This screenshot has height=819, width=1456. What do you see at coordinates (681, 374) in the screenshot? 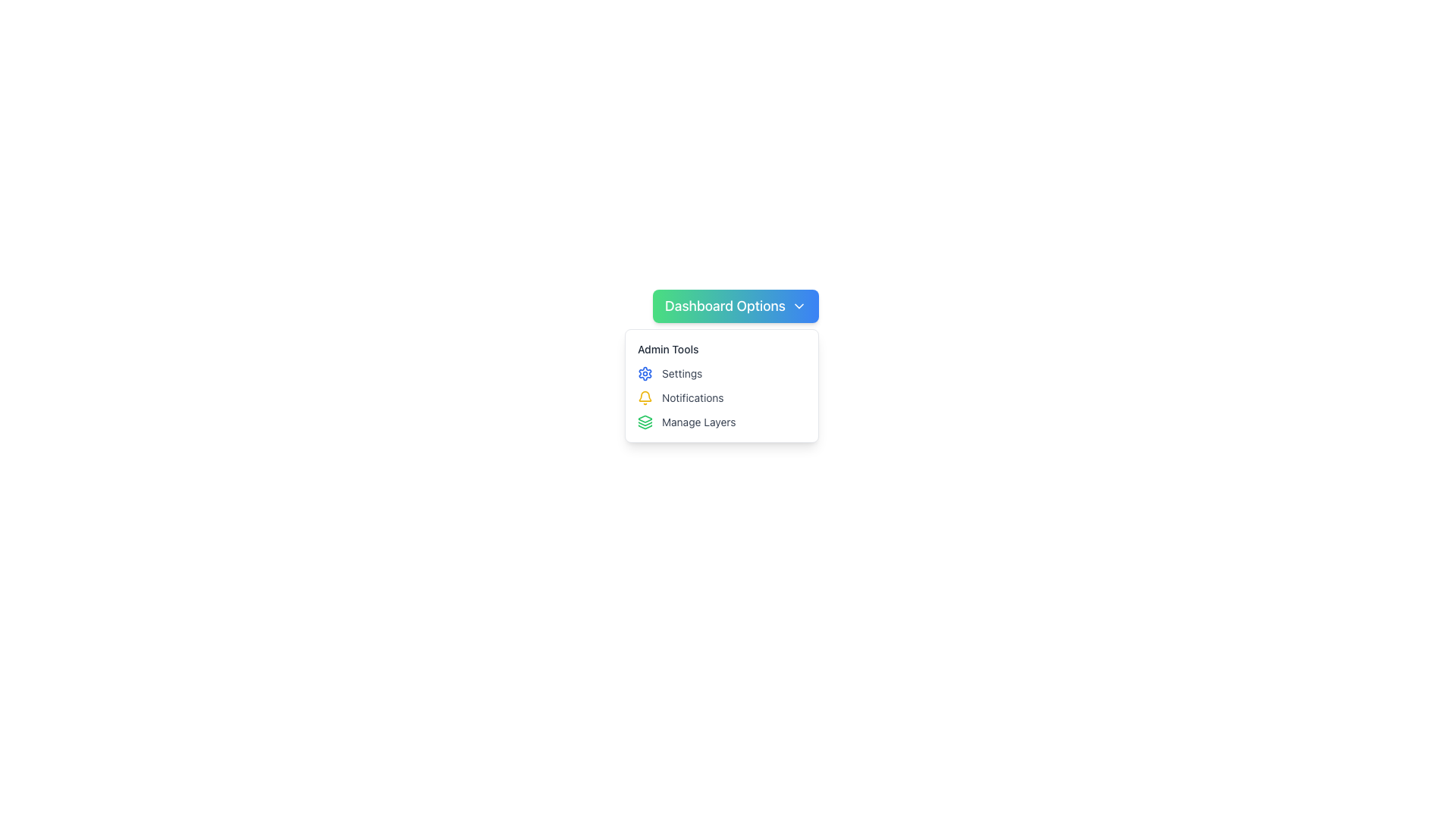
I see `the 'Settings' label, which is styled in light gray and is located below 'Admin Tools' and above 'Notifications' in the 'Dashboard Options' dropdown` at bounding box center [681, 374].